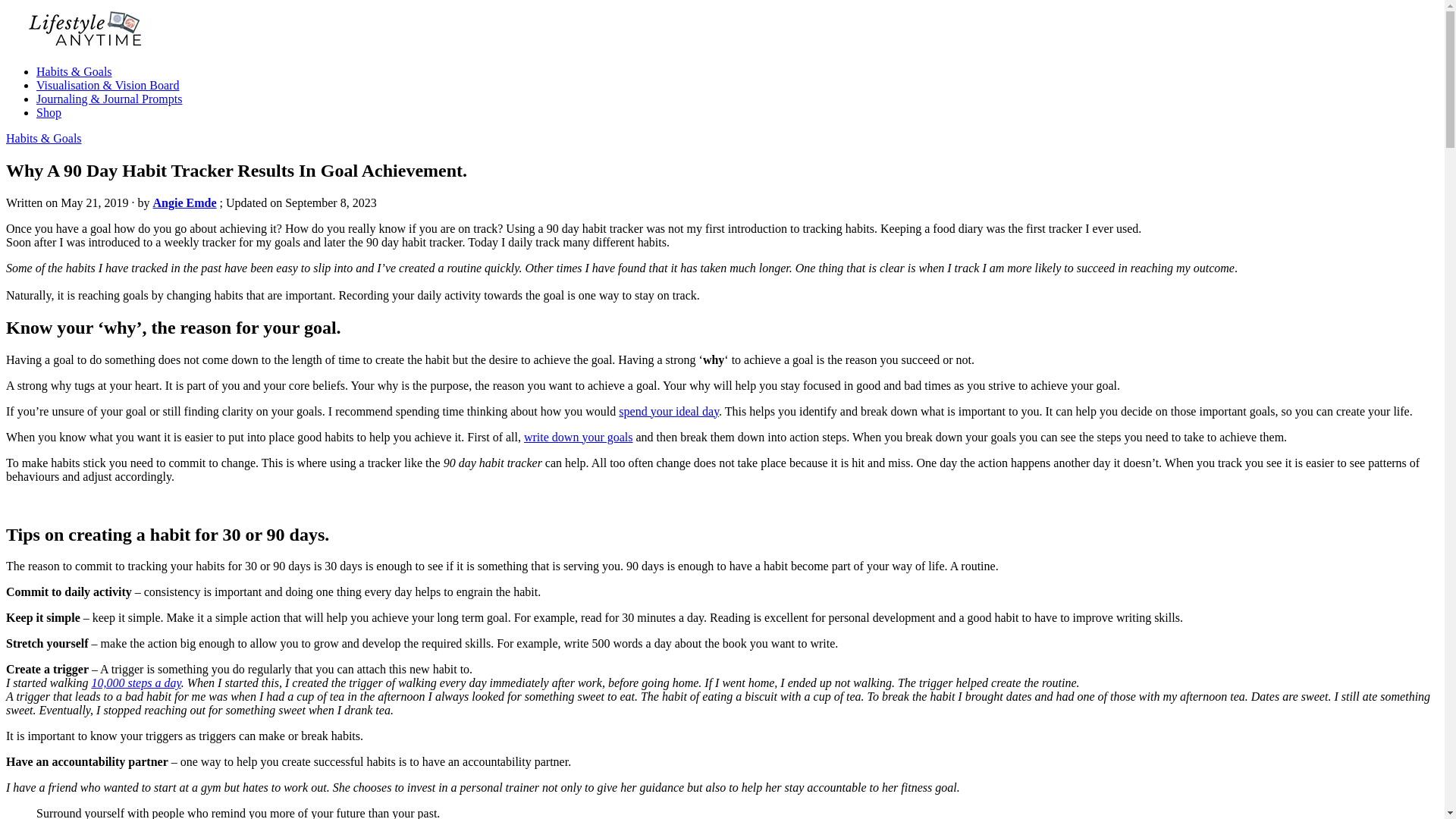 The width and height of the screenshot is (1456, 819). Describe the element at coordinates (6, 138) in the screenshot. I see `'Habits & Goals'` at that location.